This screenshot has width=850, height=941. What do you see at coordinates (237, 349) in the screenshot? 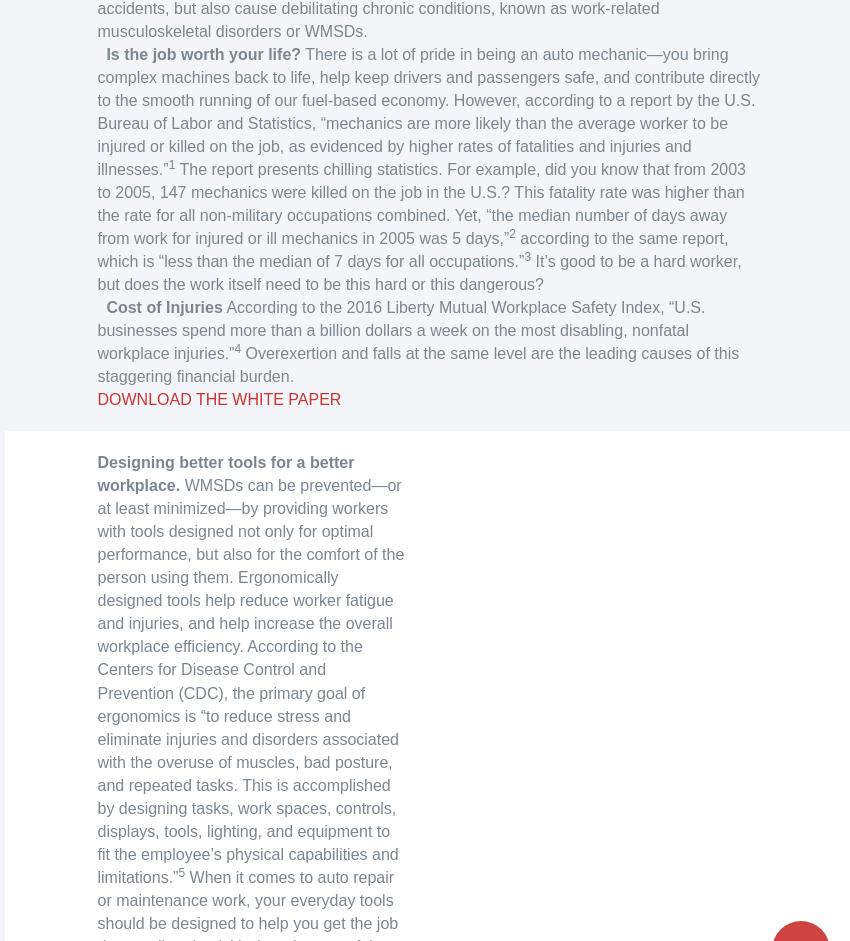
I see `'4'` at bounding box center [237, 349].